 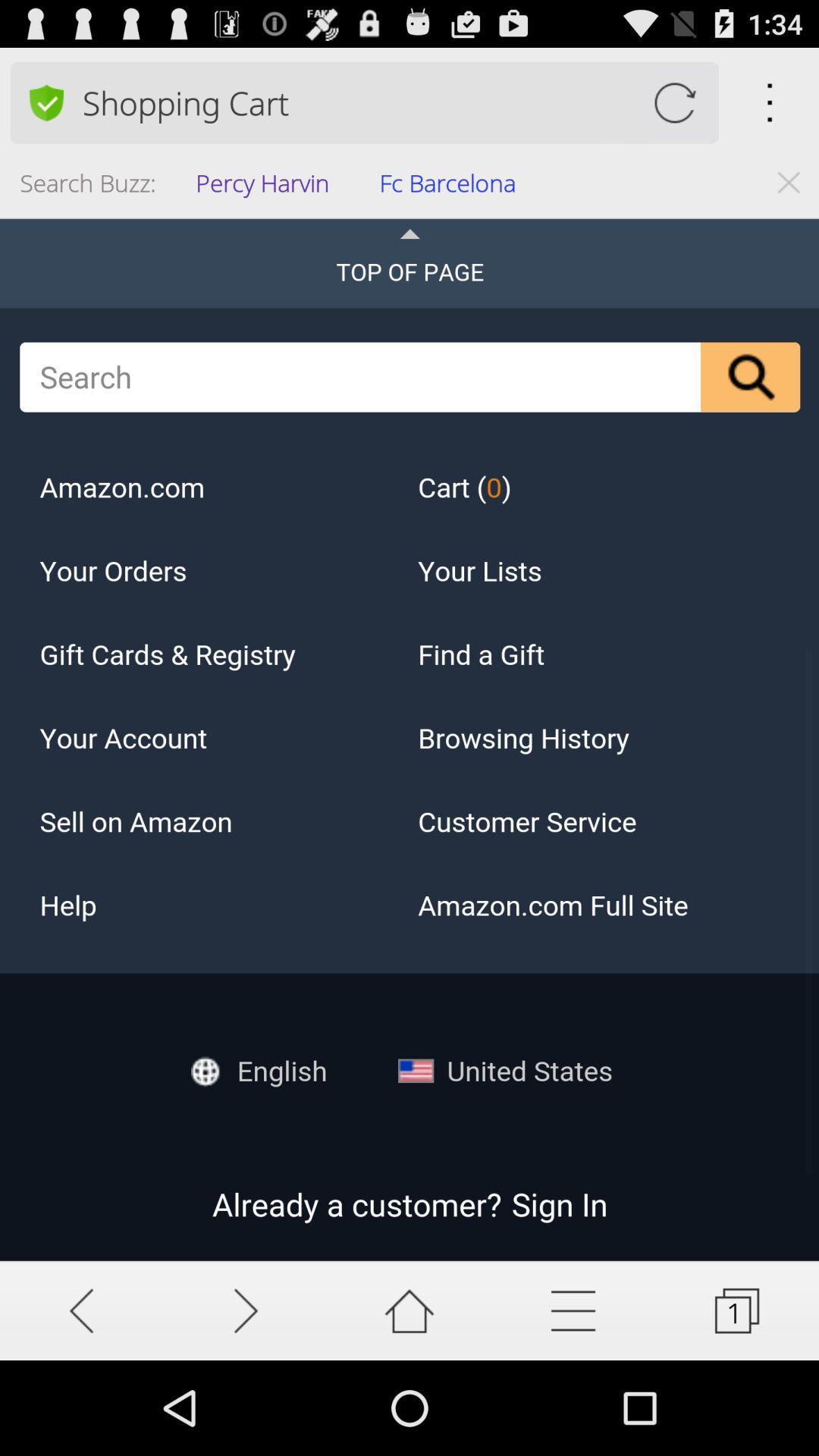 I want to click on the icon to the left of the fc barcelona item, so click(x=266, y=187).